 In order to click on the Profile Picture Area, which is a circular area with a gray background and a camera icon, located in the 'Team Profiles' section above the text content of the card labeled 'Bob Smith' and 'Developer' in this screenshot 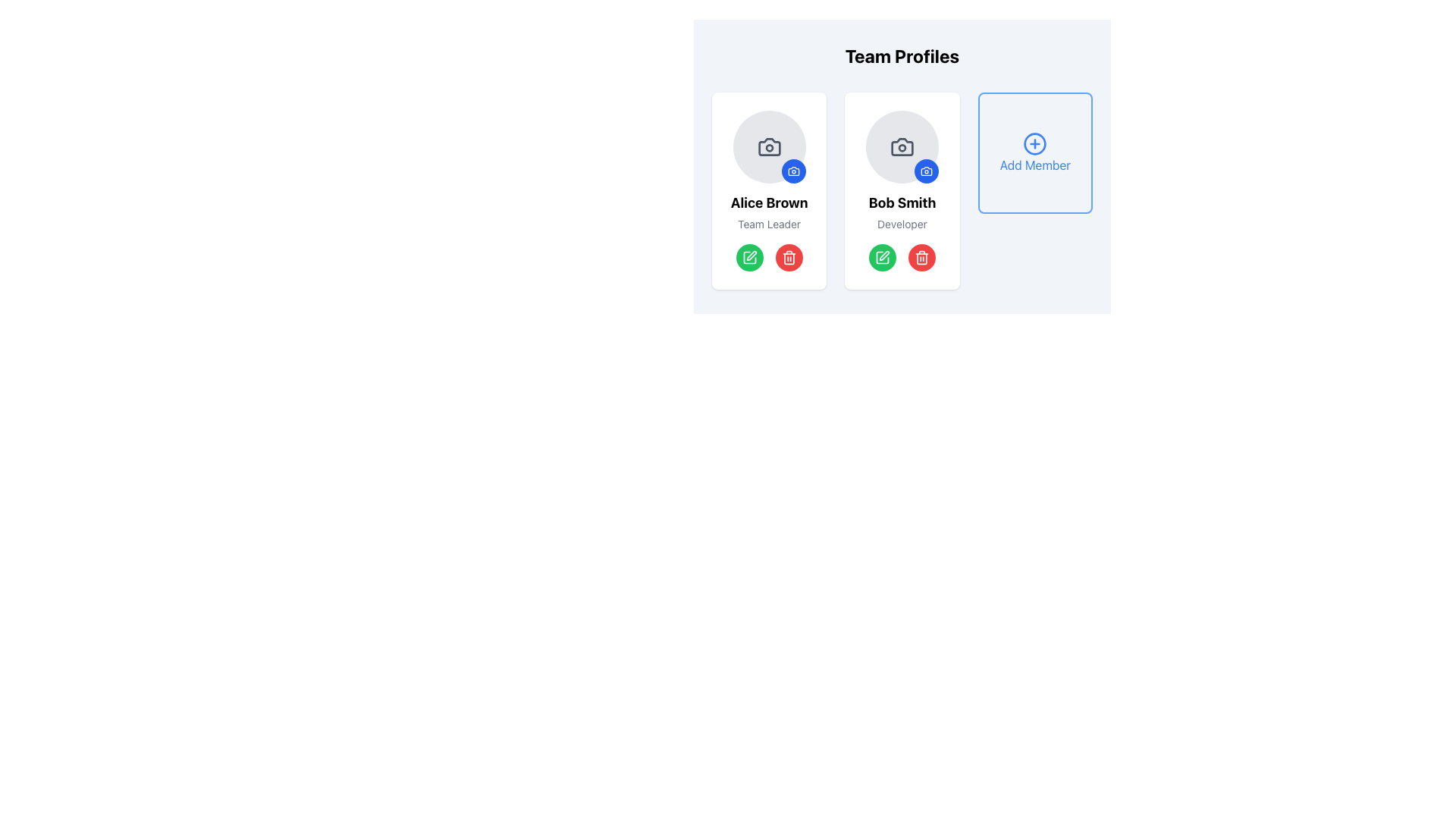, I will do `click(902, 146)`.